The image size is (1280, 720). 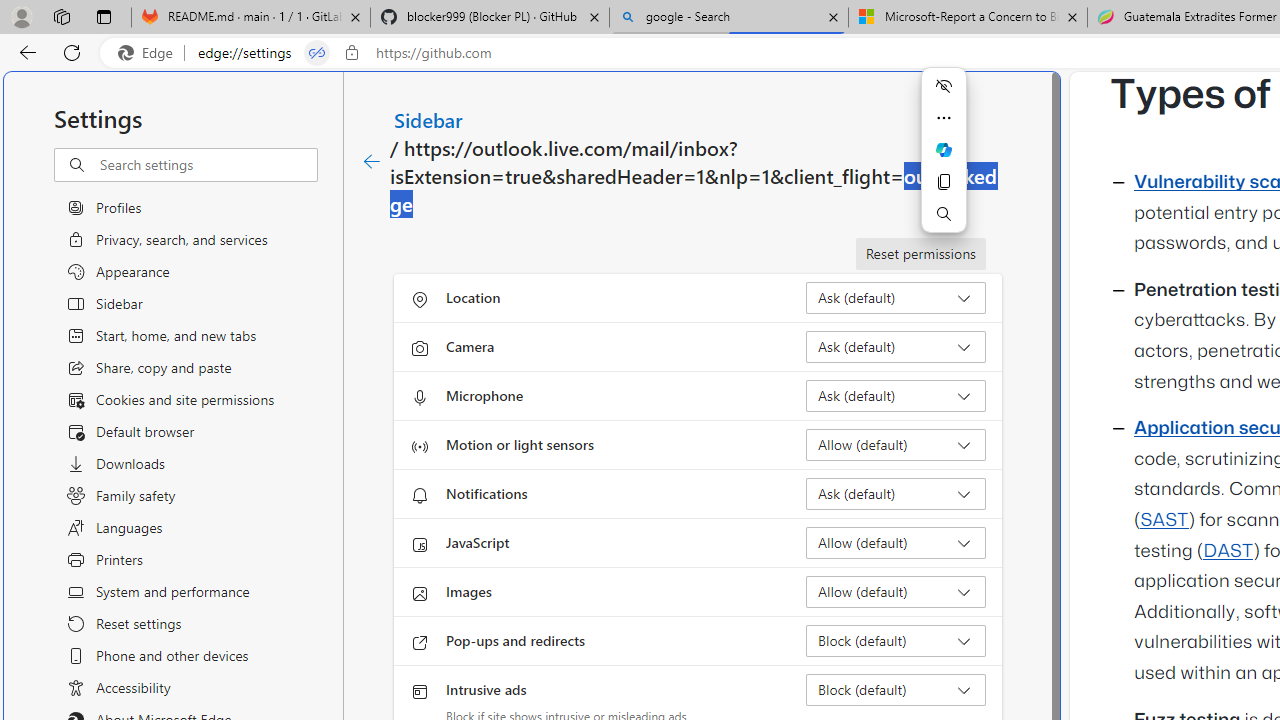 What do you see at coordinates (895, 396) in the screenshot?
I see `'Microphone Ask (default)'` at bounding box center [895, 396].